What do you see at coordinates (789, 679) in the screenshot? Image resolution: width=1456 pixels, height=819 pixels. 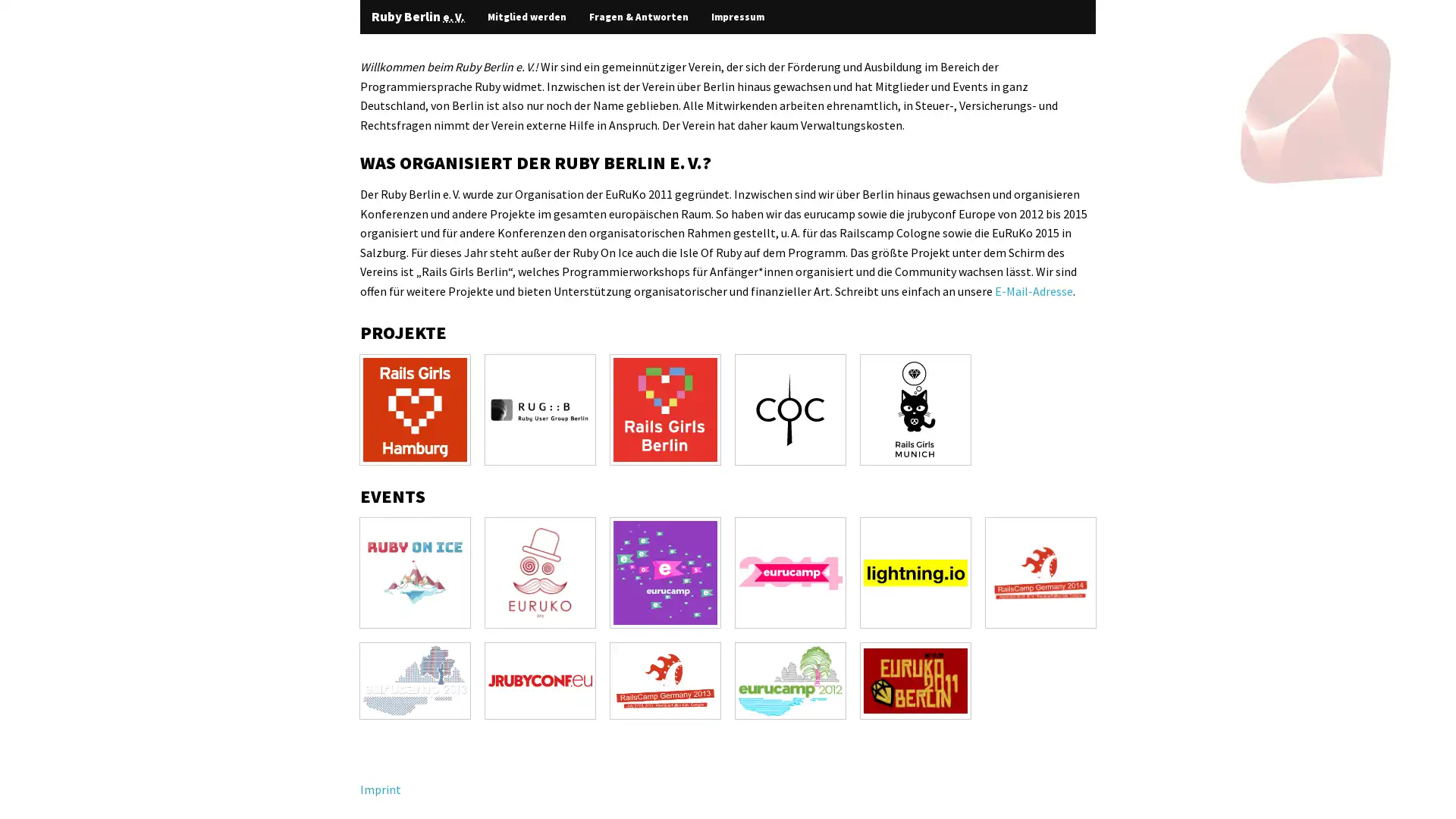 I see `Eurucamp 2012` at bounding box center [789, 679].